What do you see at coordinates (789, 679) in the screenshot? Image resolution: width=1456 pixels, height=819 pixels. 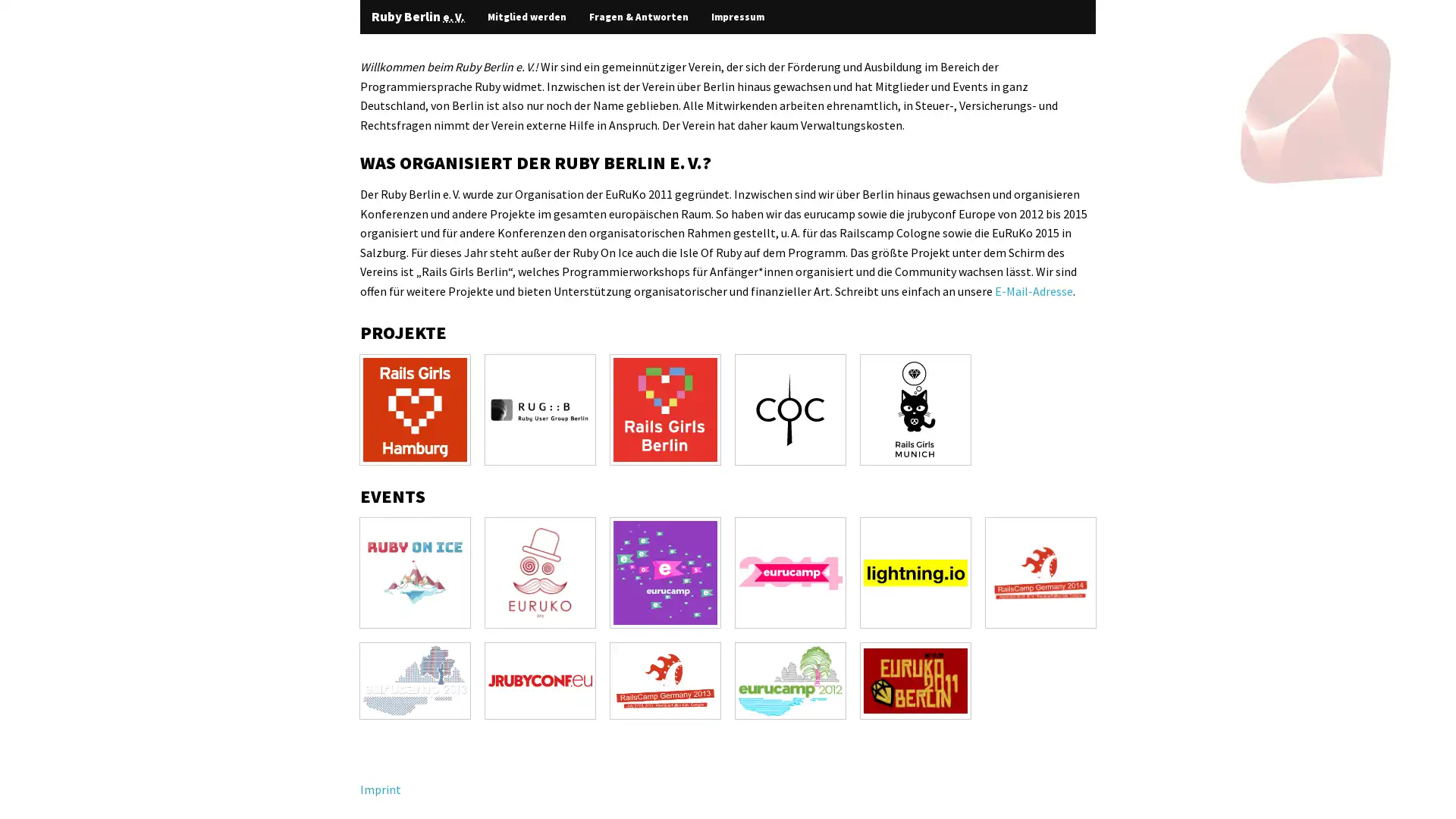 I see `Eurucamp 2012` at bounding box center [789, 679].